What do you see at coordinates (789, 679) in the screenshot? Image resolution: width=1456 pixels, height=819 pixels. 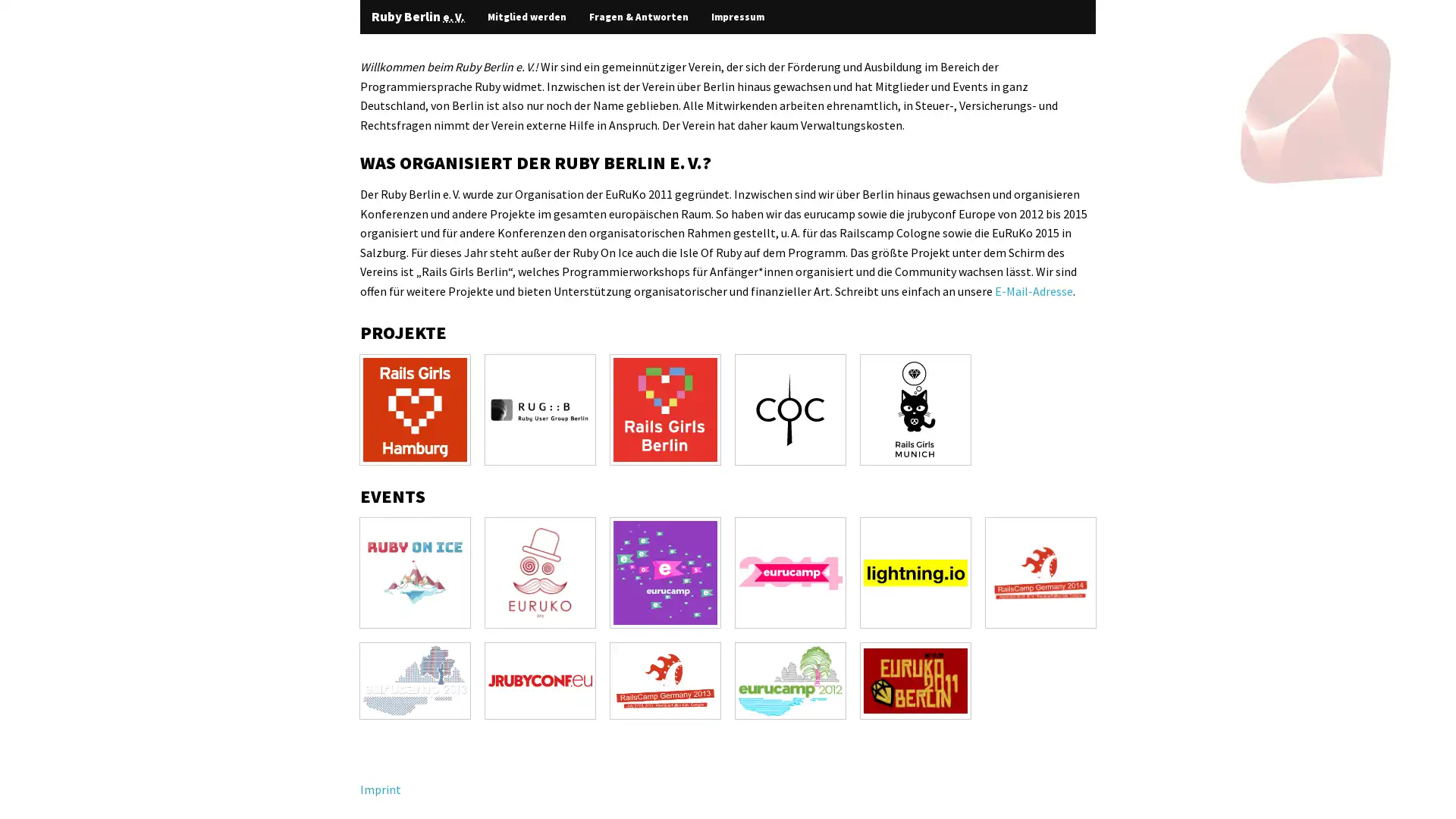 I see `Eurucamp 2012` at bounding box center [789, 679].